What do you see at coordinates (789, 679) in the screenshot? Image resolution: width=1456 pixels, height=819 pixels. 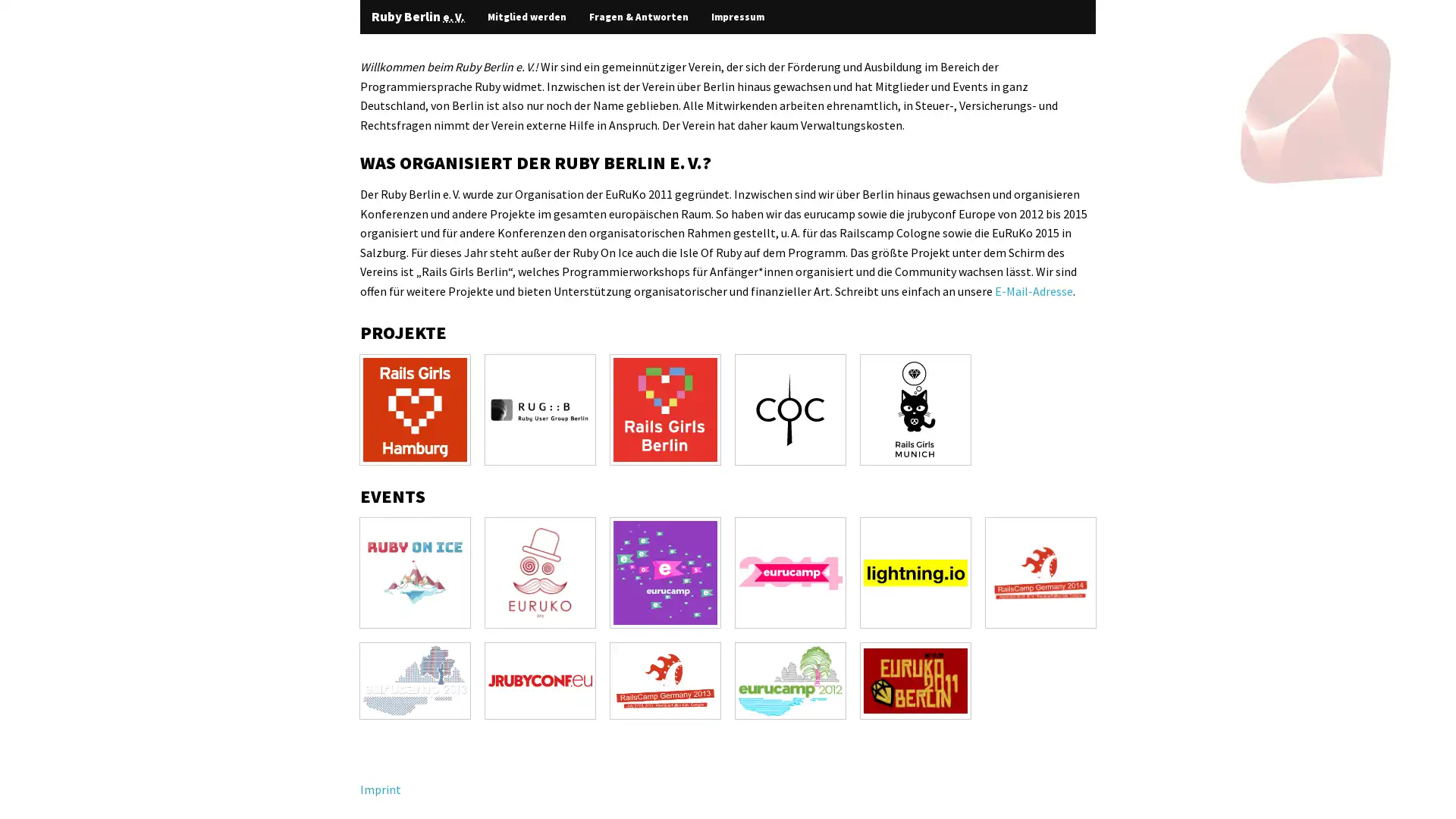 I see `Eurucamp 2012` at bounding box center [789, 679].